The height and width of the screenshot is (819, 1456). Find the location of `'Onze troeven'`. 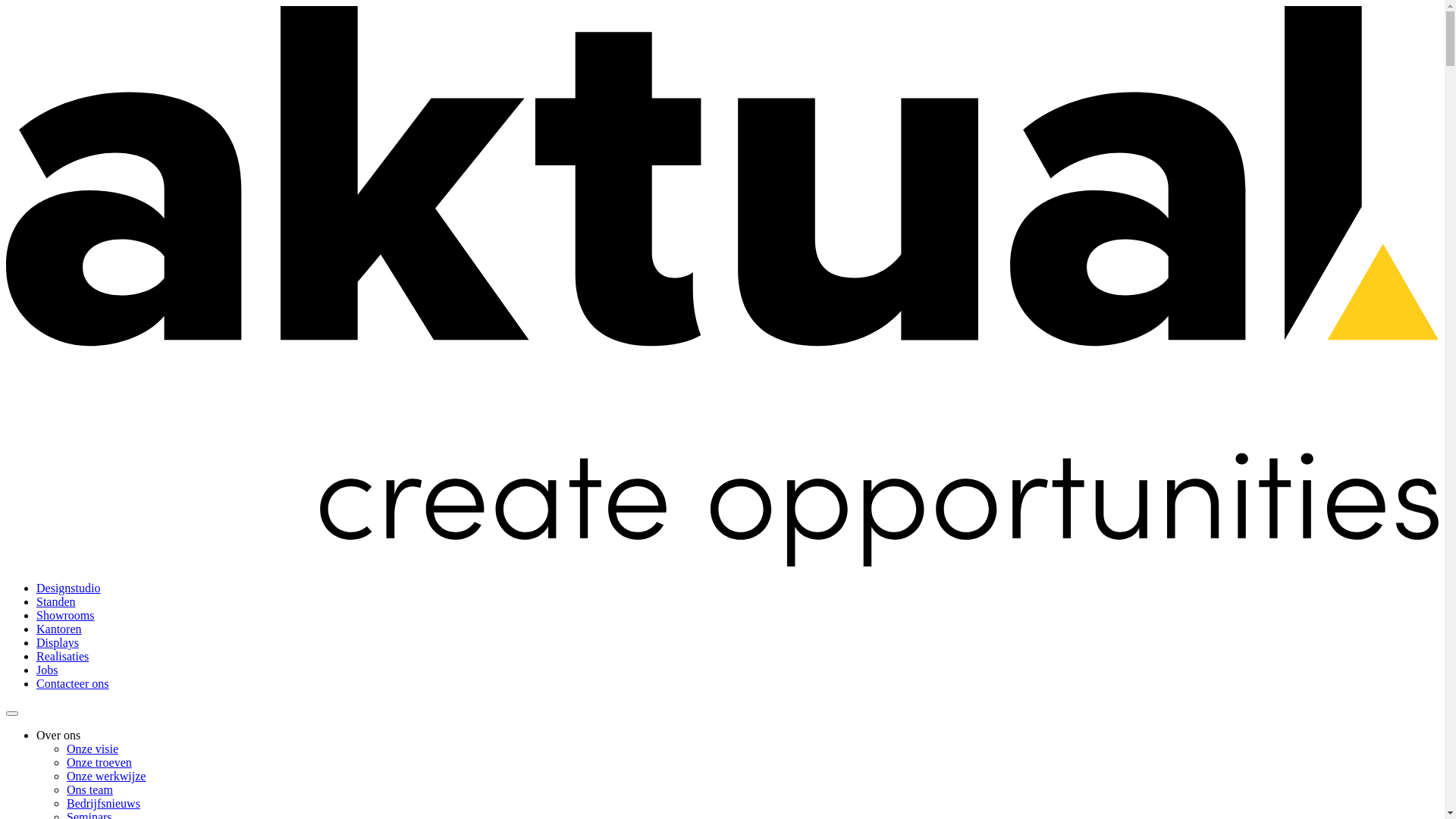

'Onze troeven' is located at coordinates (98, 762).